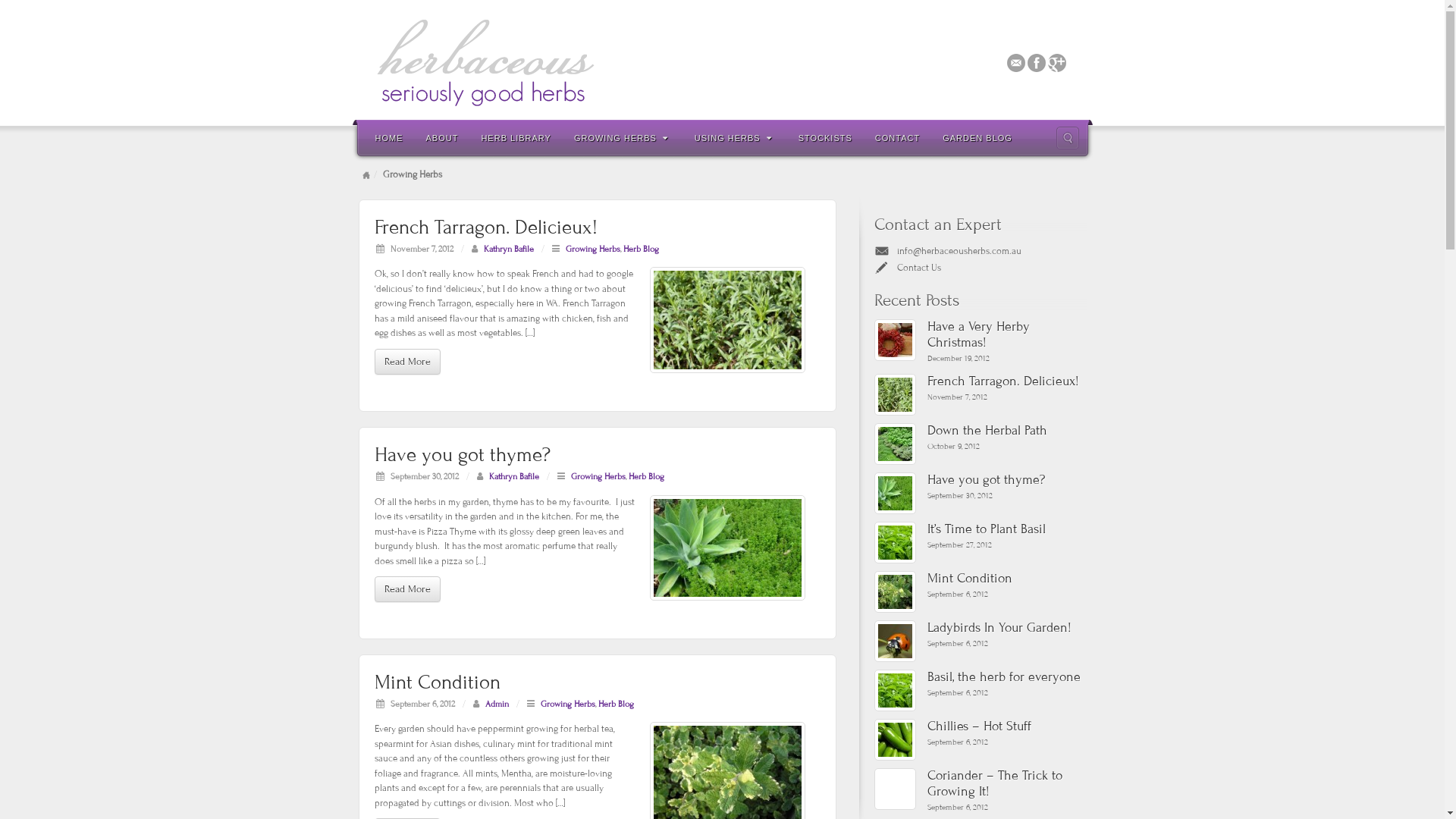 The image size is (1456, 819). What do you see at coordinates (497, 704) in the screenshot?
I see `'Admin'` at bounding box center [497, 704].